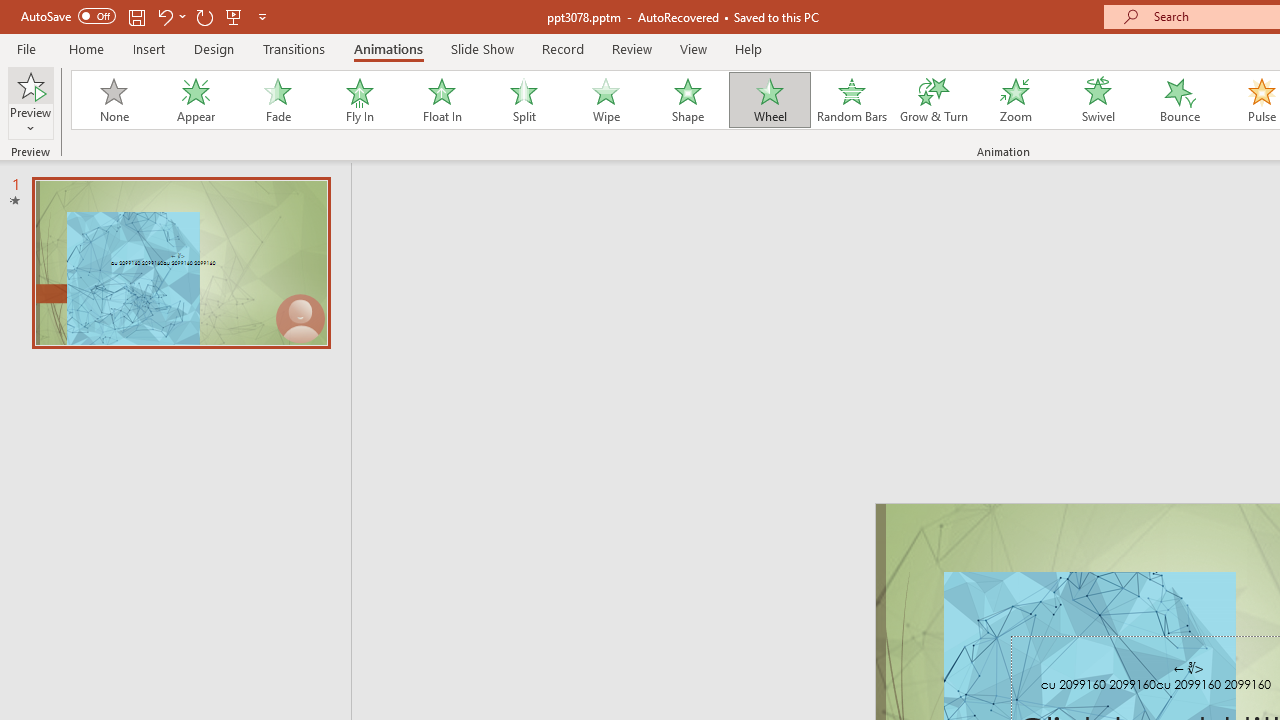  I want to click on 'Float In', so click(440, 100).